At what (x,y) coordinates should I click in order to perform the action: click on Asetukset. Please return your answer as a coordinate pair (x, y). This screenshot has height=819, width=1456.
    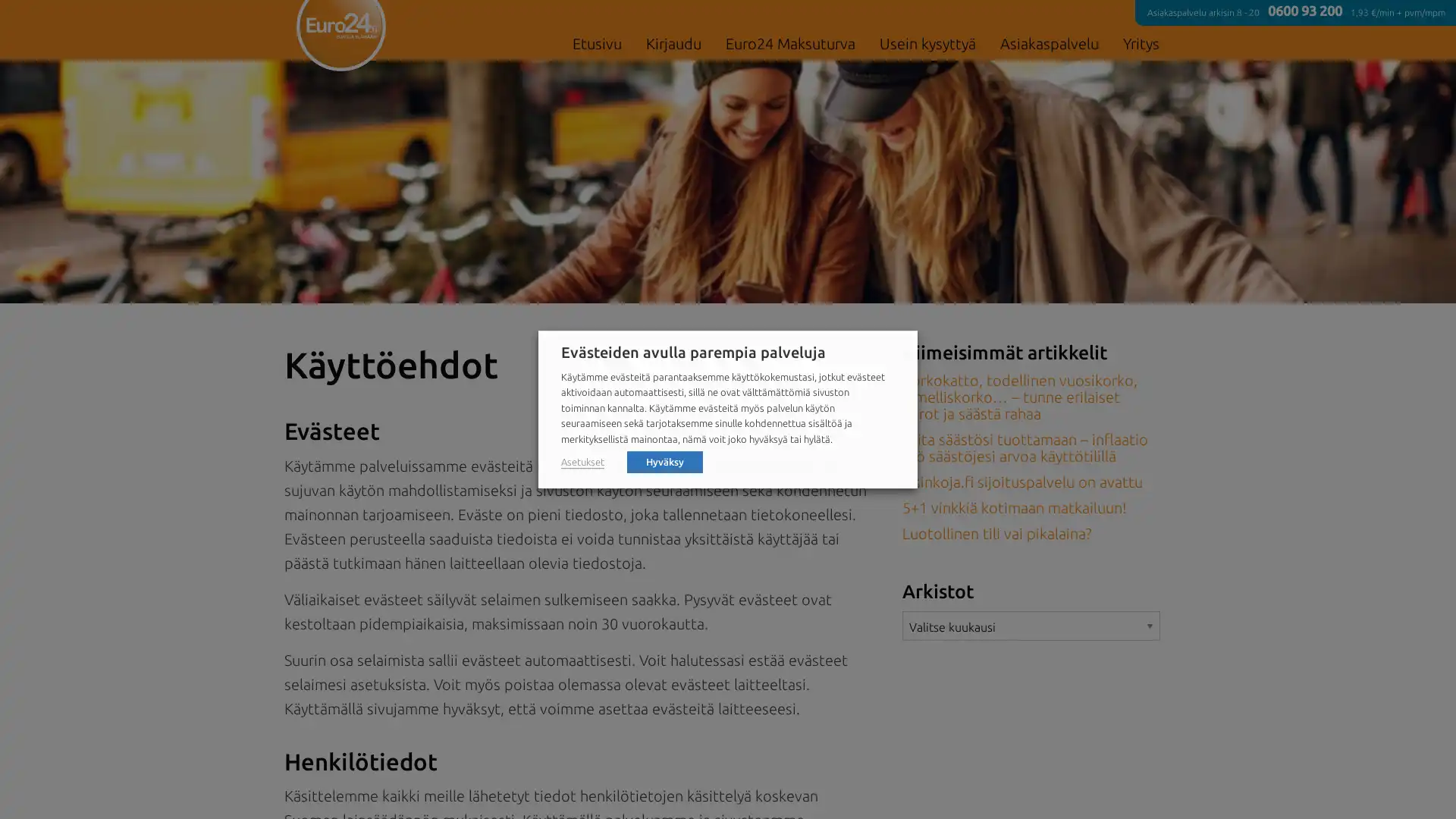
    Looking at the image, I should click on (582, 461).